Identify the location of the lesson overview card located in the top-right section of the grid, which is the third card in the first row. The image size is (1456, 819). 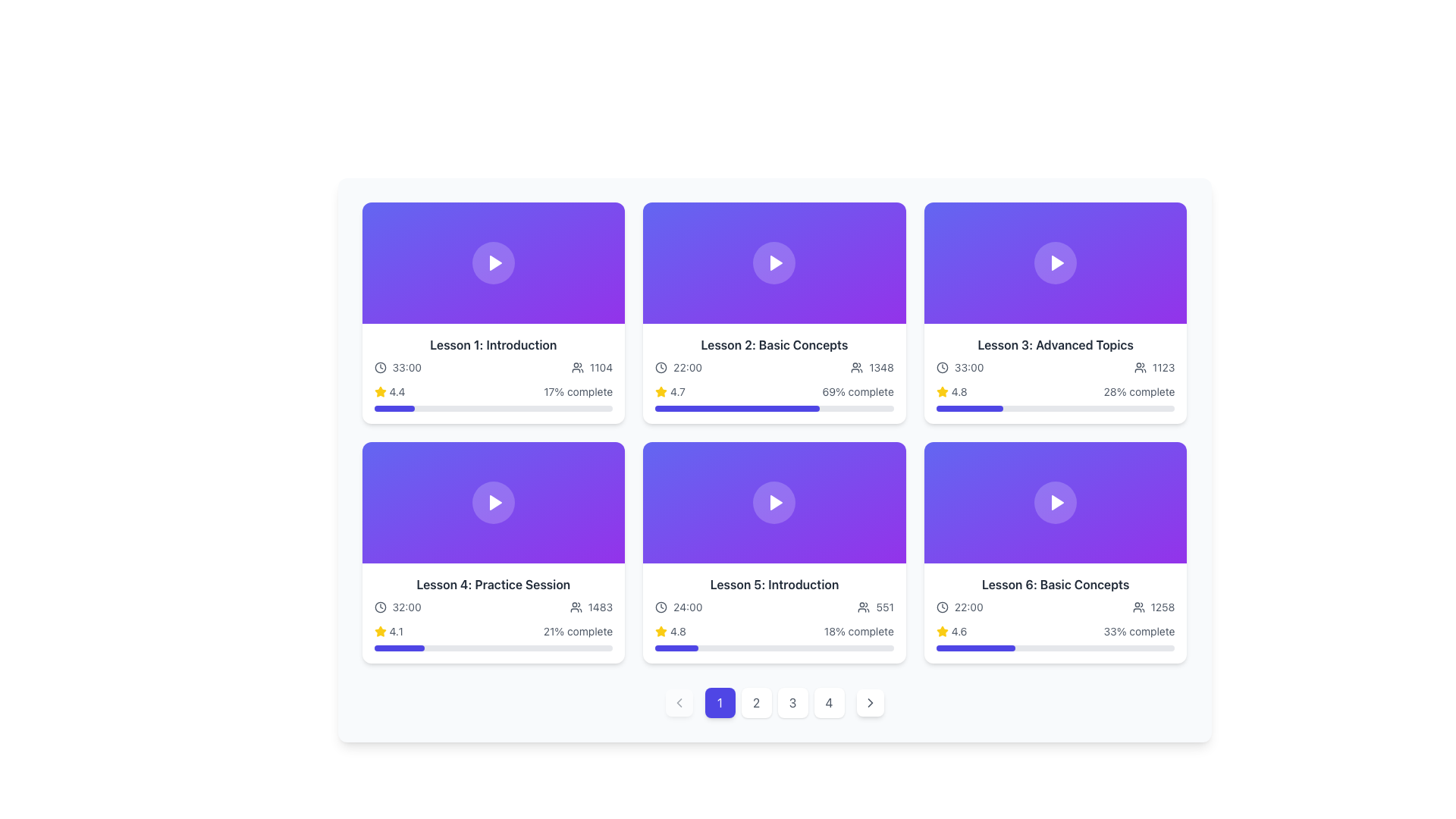
(1055, 374).